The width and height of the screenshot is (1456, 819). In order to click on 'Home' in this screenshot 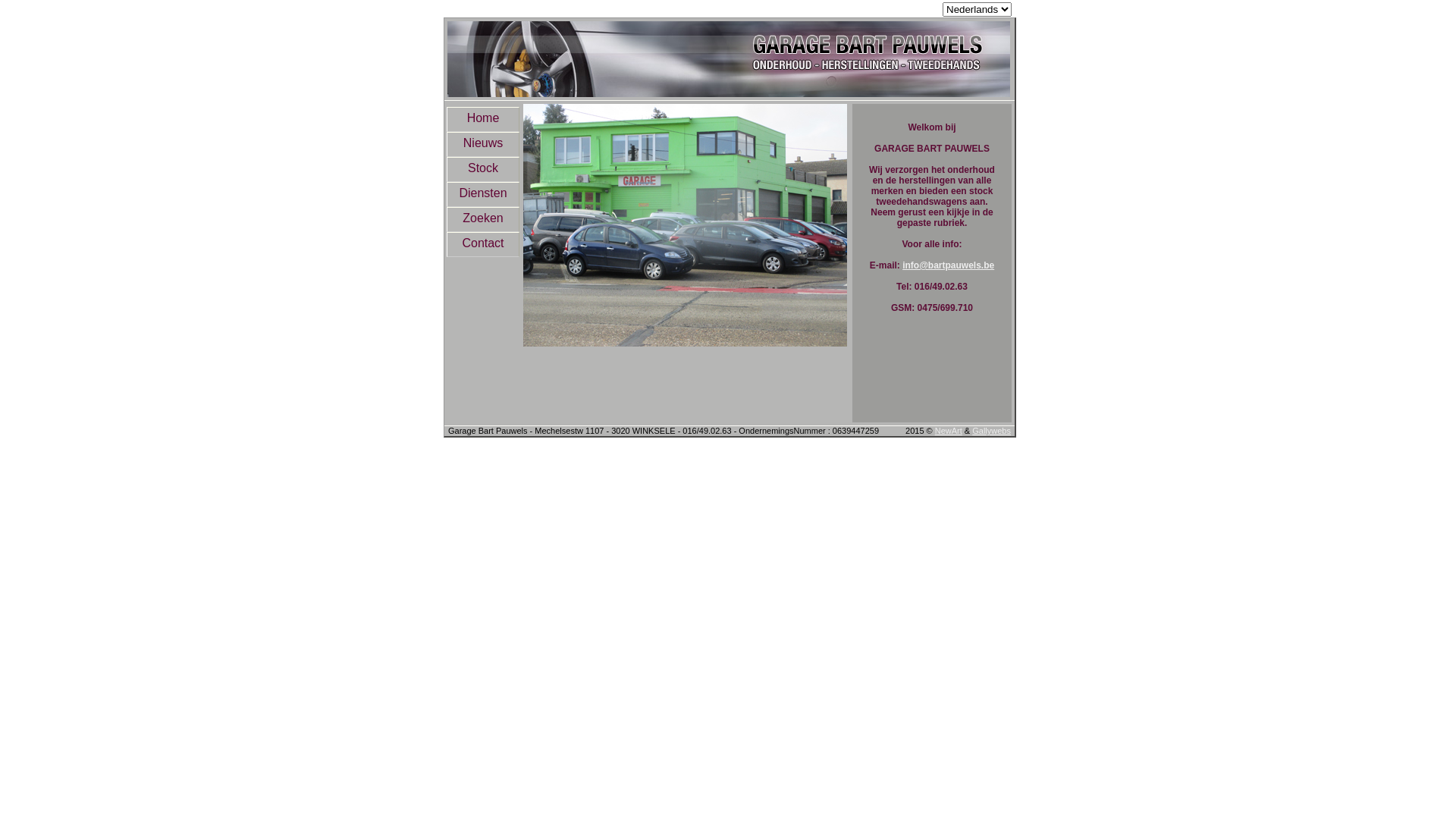, I will do `click(482, 118)`.